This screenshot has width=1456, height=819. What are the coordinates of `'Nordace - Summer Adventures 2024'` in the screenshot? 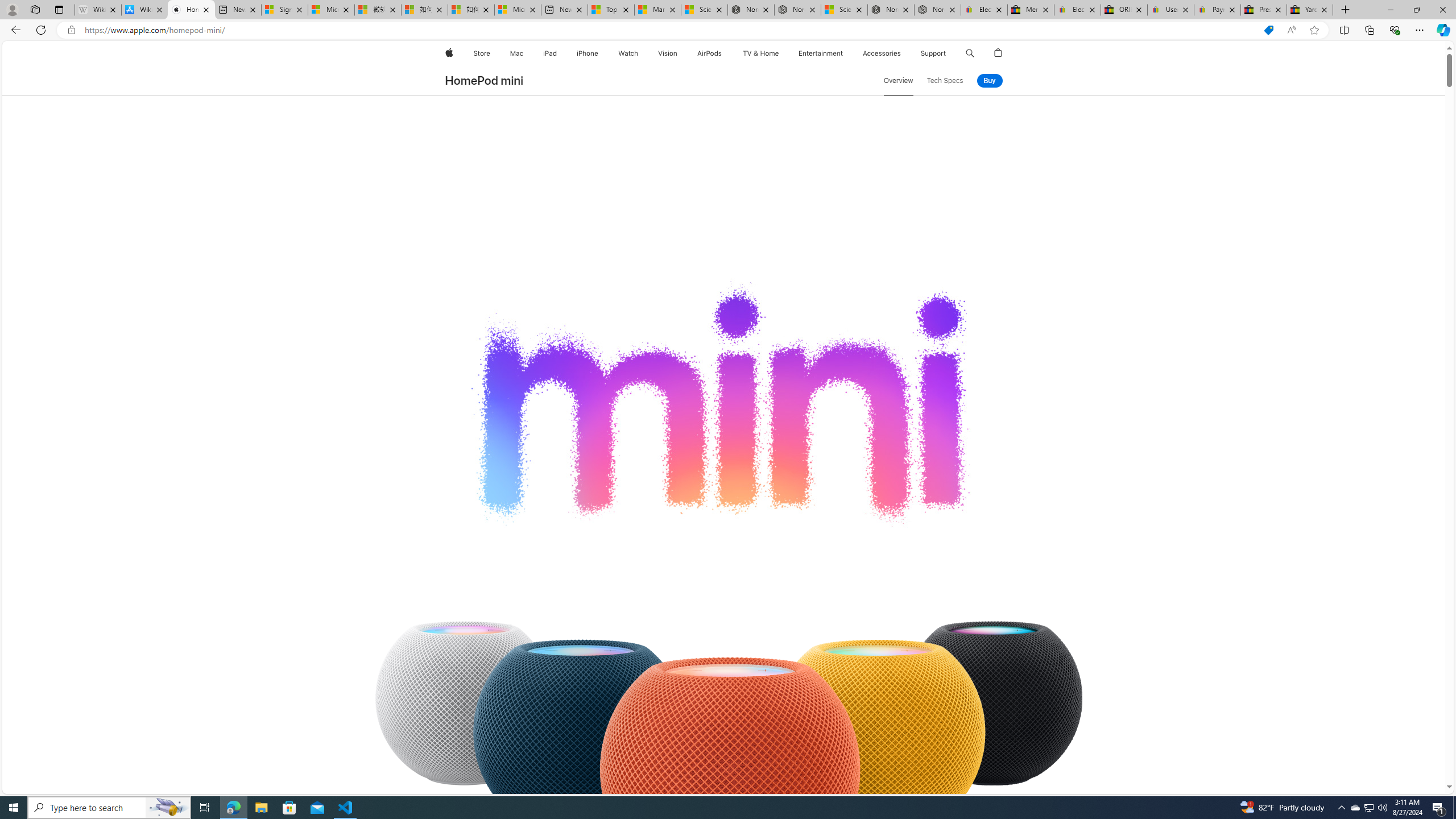 It's located at (890, 9).